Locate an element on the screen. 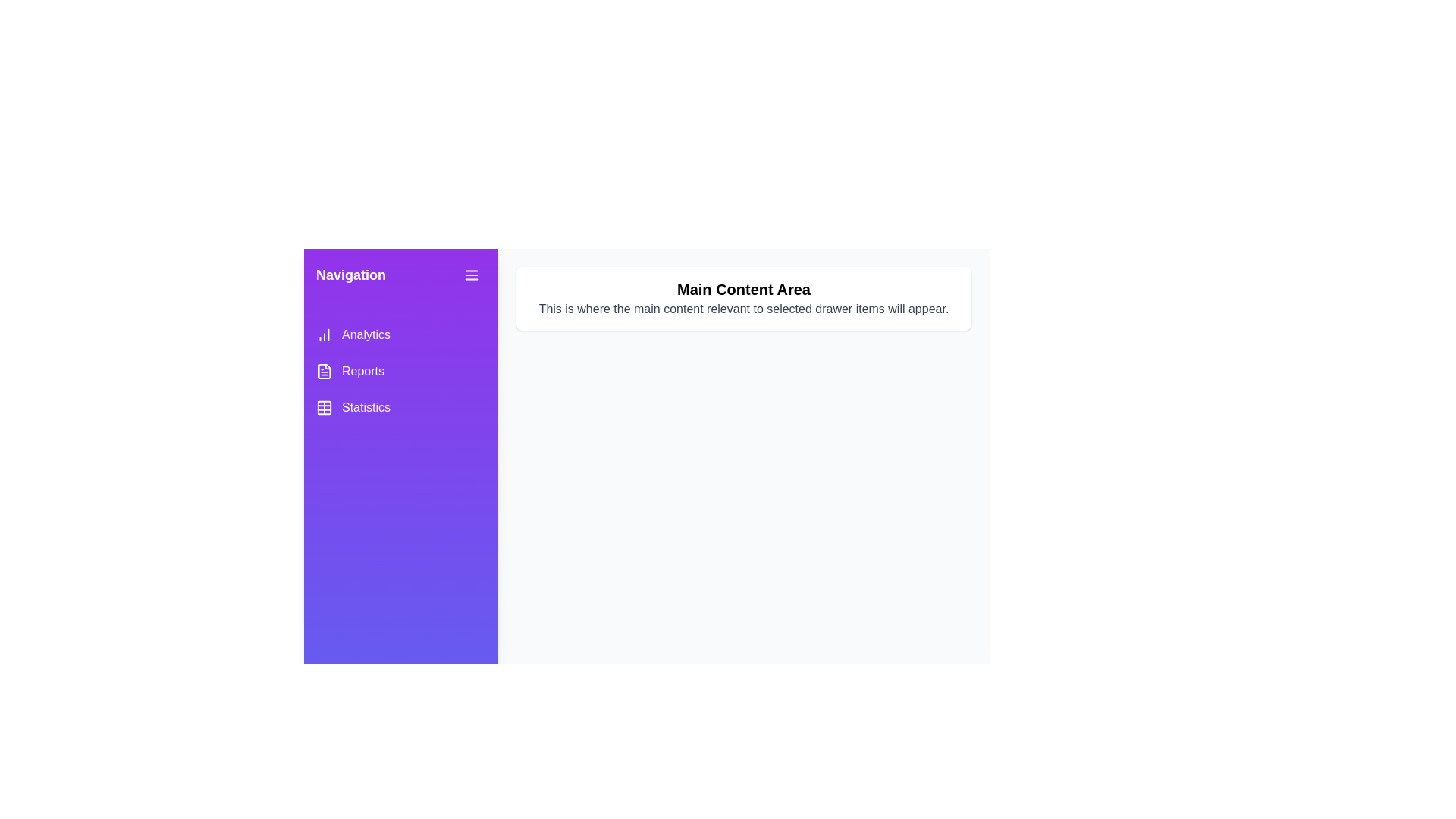 The image size is (1456, 819). the 'Statistics' menu item to navigate to the 'Statistics' section is located at coordinates (400, 406).